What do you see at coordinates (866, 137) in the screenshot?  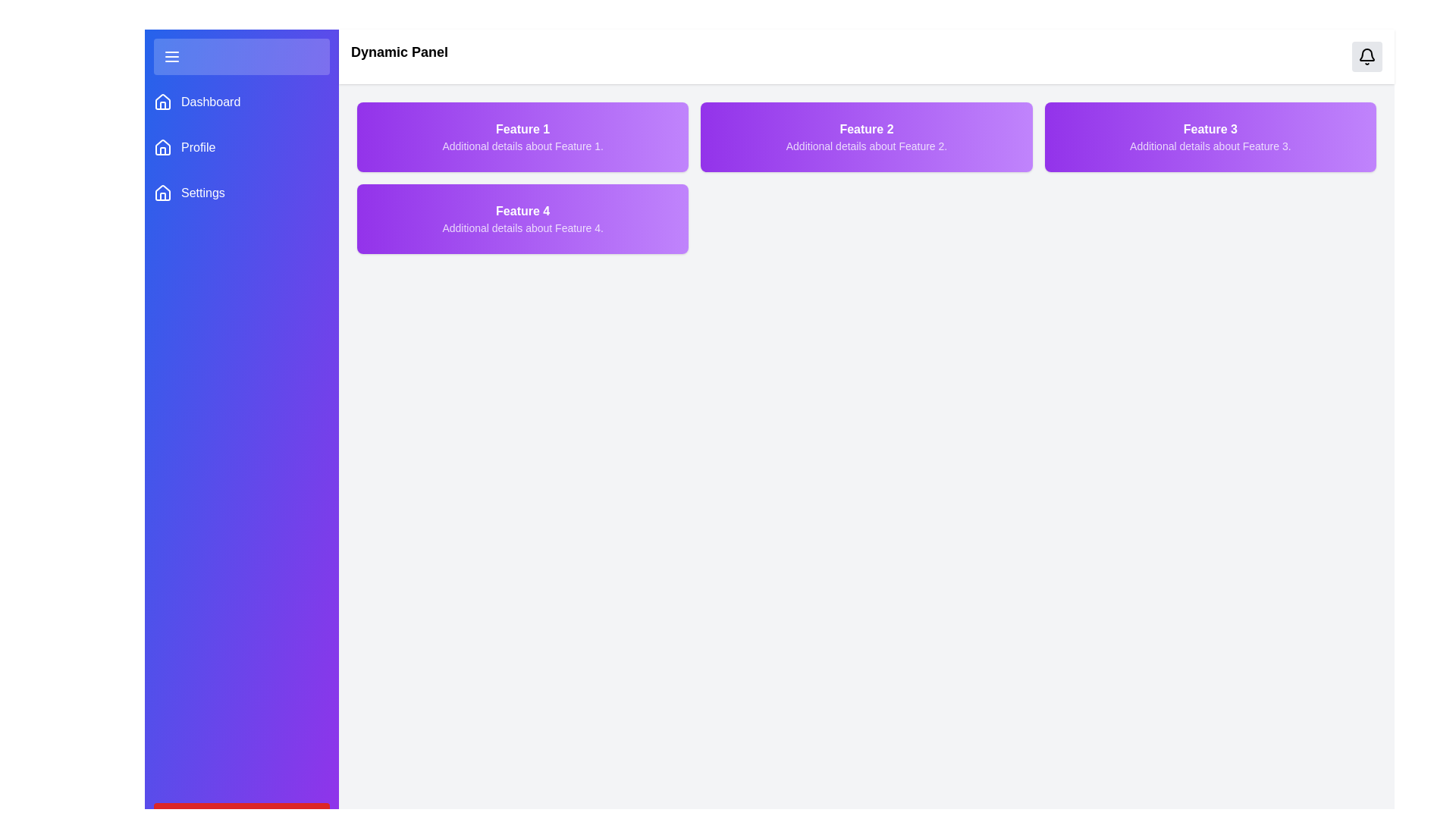 I see `the feature presentation card located in the middle column of a three-column layout for further interaction` at bounding box center [866, 137].